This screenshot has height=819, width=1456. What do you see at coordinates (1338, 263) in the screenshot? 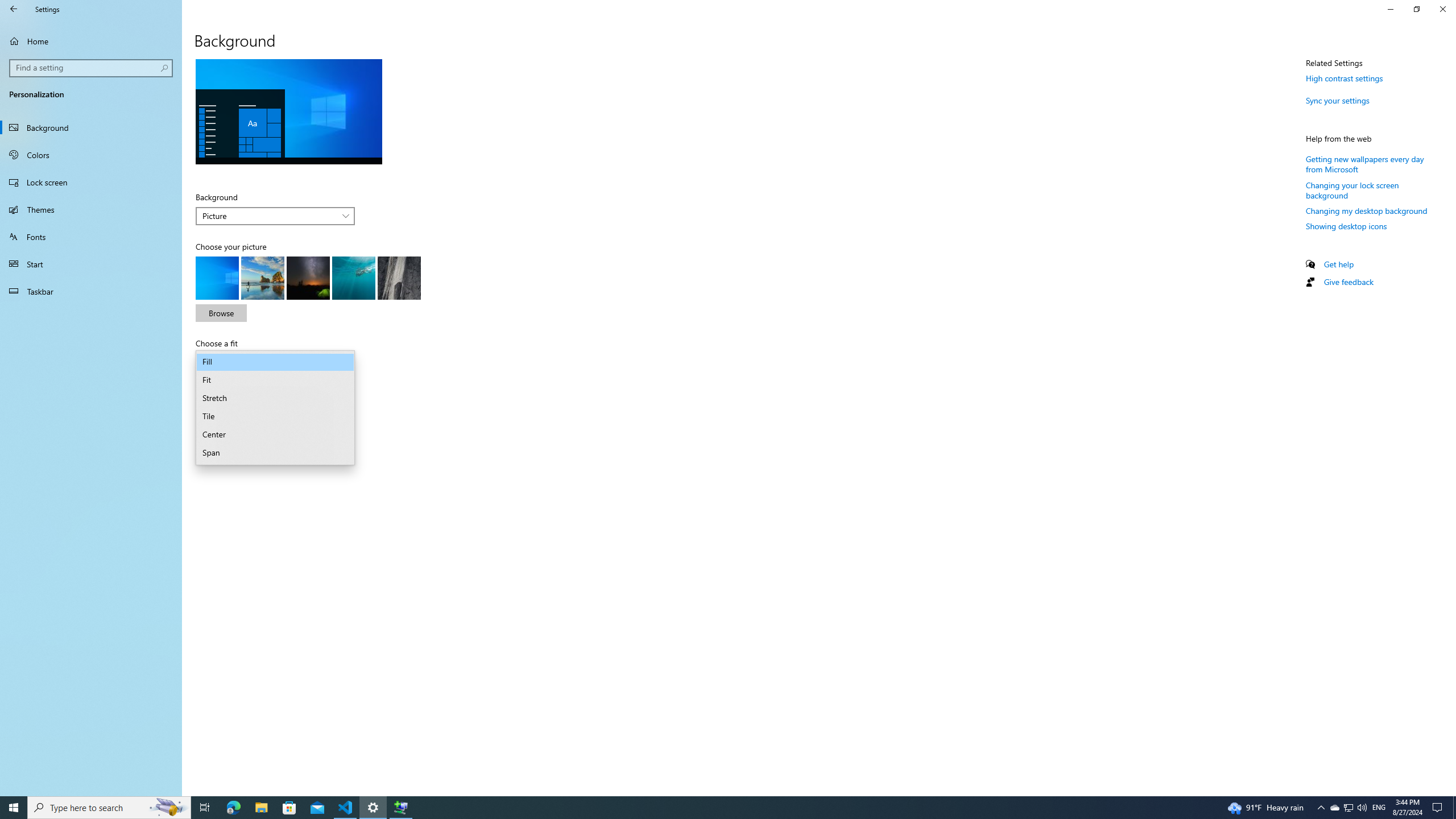
I see `'Get help'` at bounding box center [1338, 263].